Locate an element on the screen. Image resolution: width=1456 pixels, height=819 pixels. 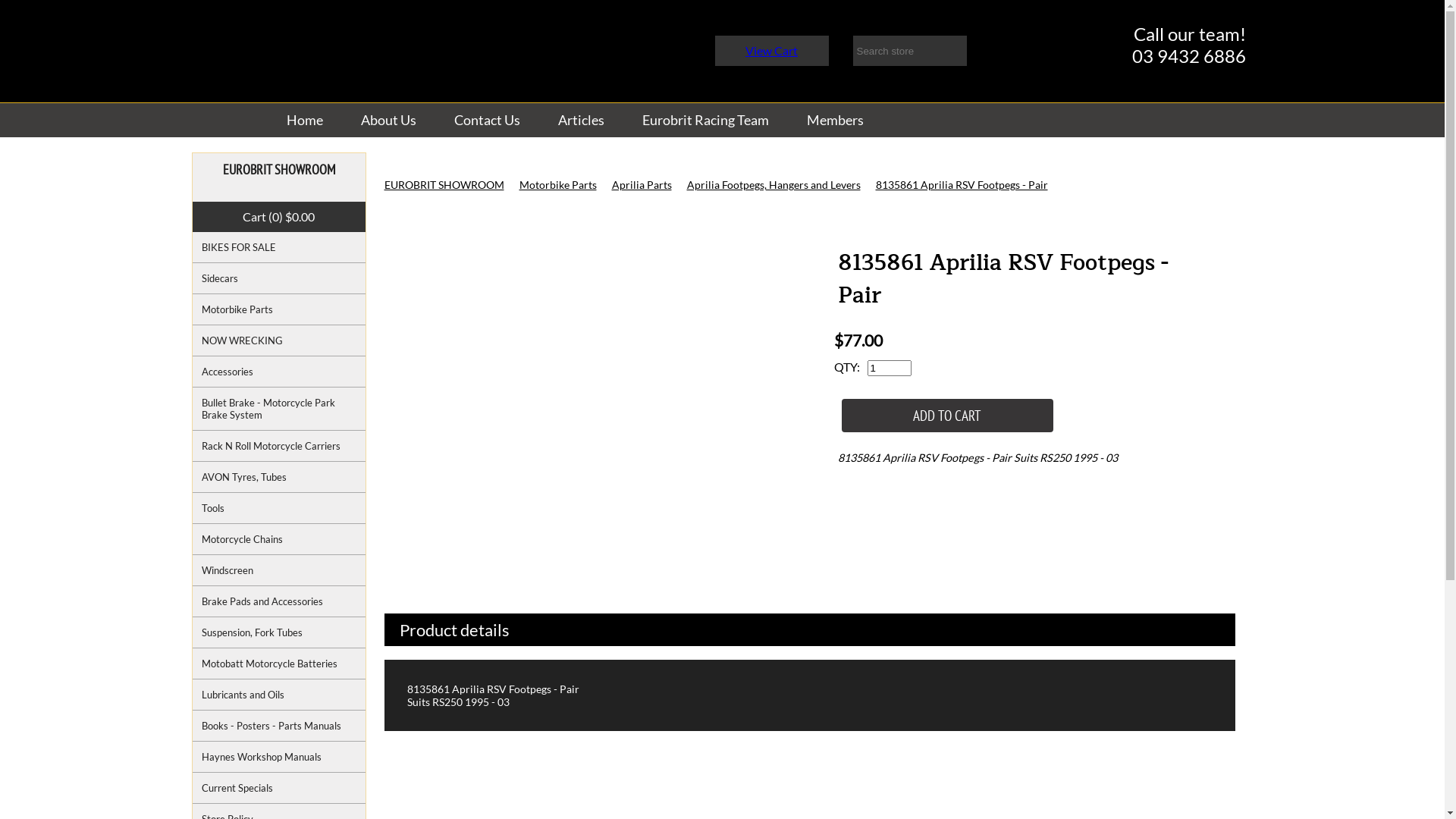
'Contact Us' is located at coordinates (487, 119).